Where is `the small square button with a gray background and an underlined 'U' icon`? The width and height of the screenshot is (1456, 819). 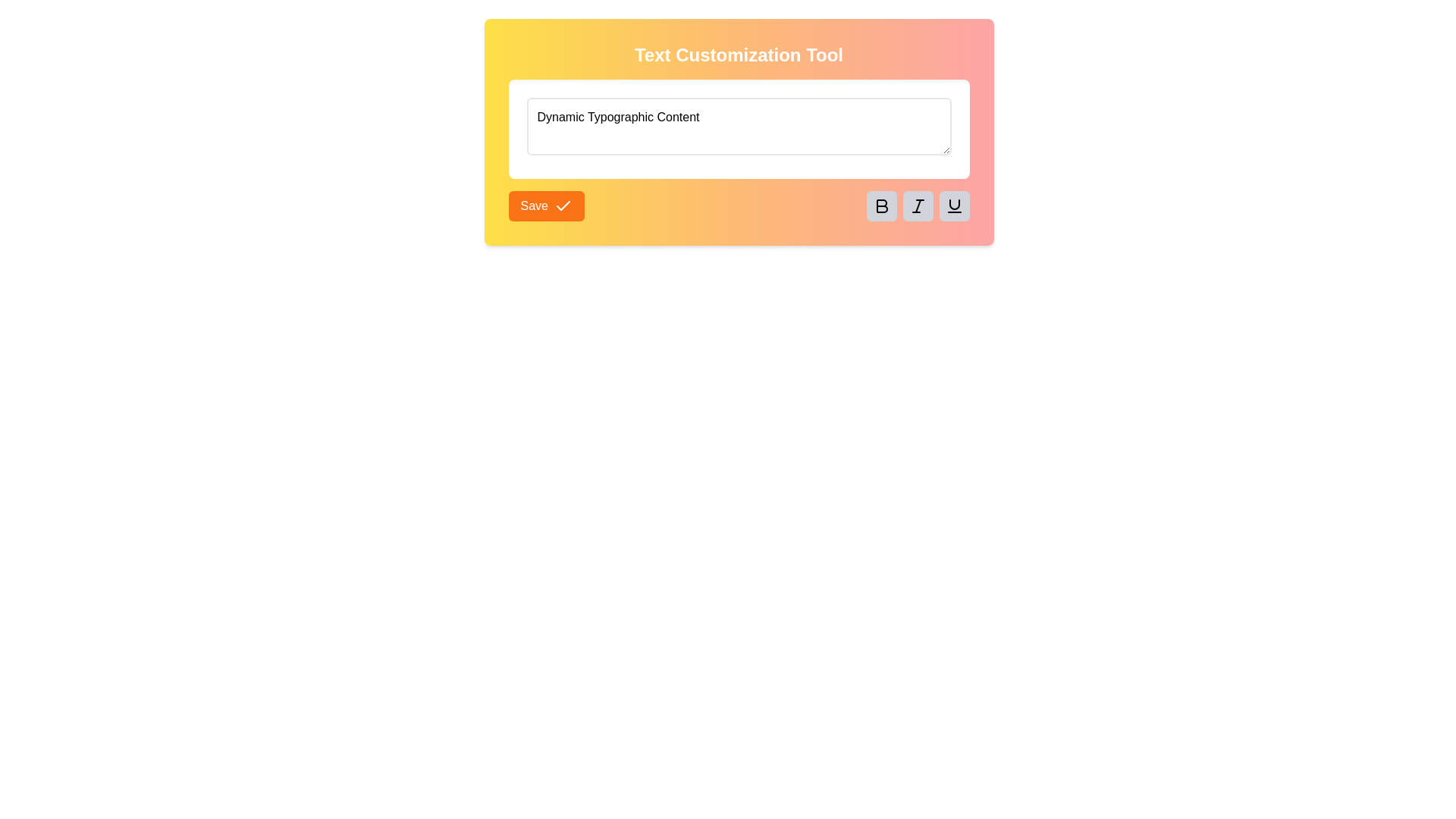
the small square button with a gray background and an underlined 'U' icon is located at coordinates (953, 206).